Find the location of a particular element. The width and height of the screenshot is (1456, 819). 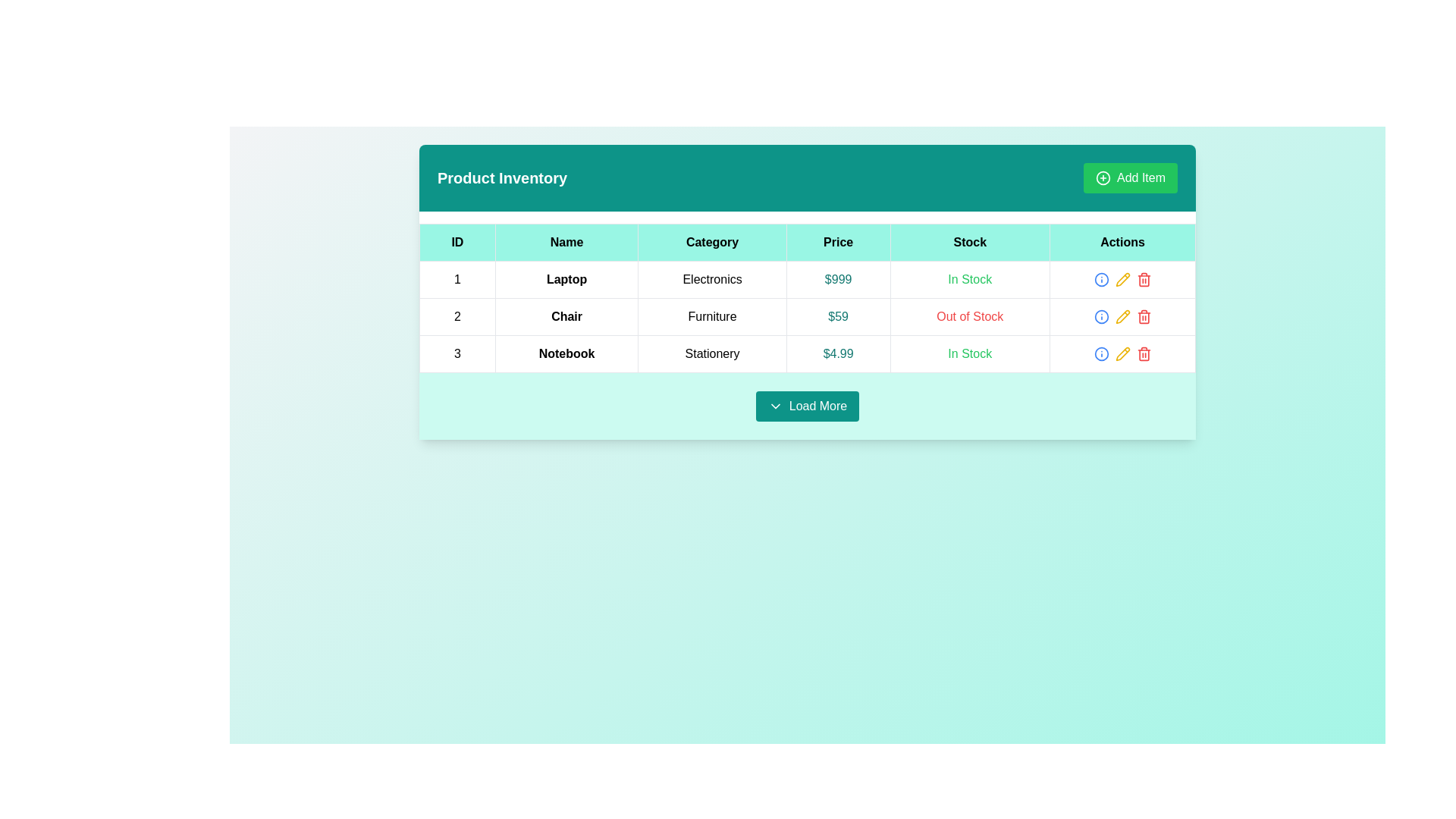

the clickable icon located in the 'Actions' column of the last row in the table to initiate a delete action is located at coordinates (1144, 353).